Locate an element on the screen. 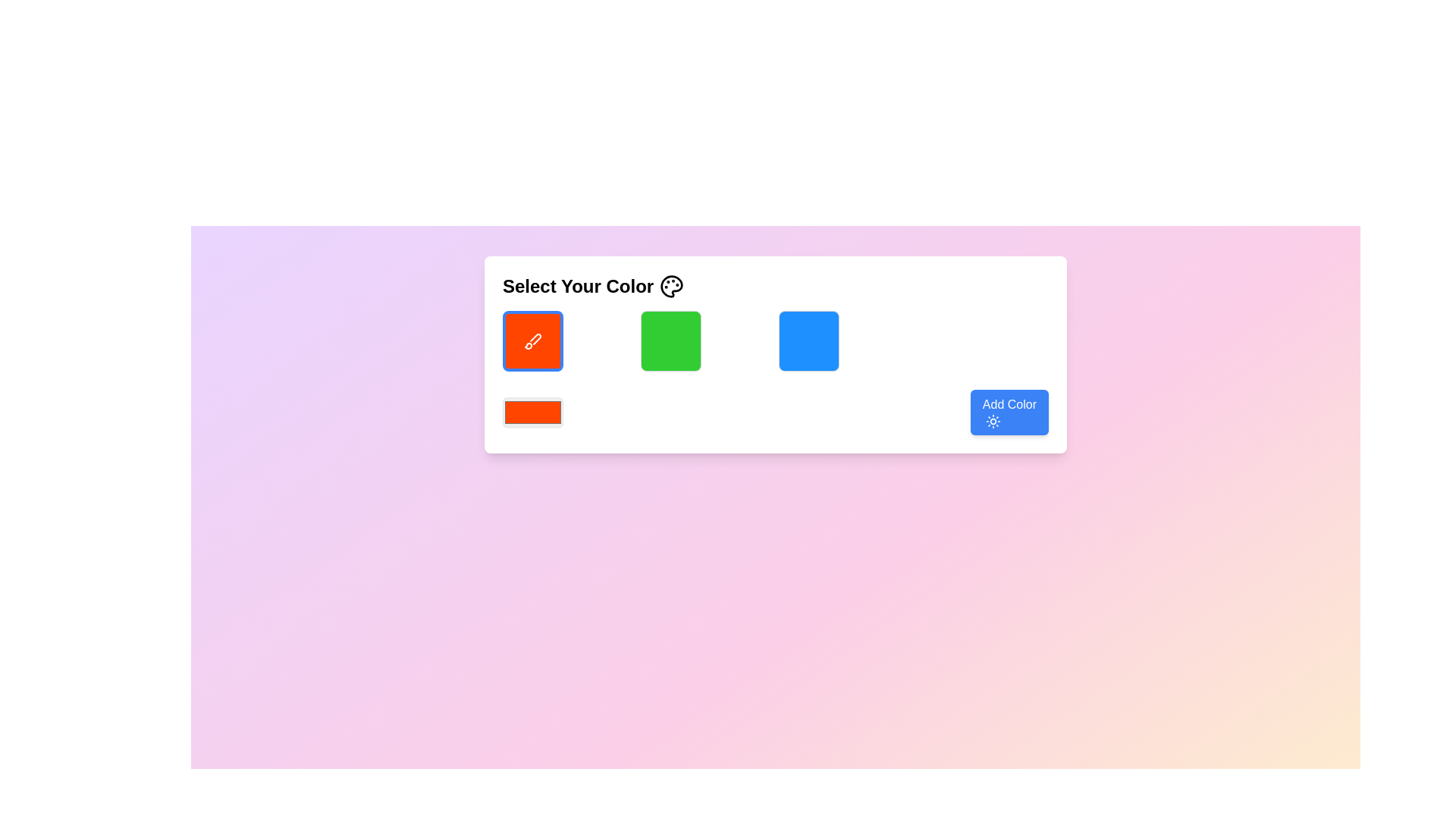  the decorative sun icon located to the left of the 'Add Color' button, which symbolizes brightness and complements the button's functionality is located at coordinates (993, 421).